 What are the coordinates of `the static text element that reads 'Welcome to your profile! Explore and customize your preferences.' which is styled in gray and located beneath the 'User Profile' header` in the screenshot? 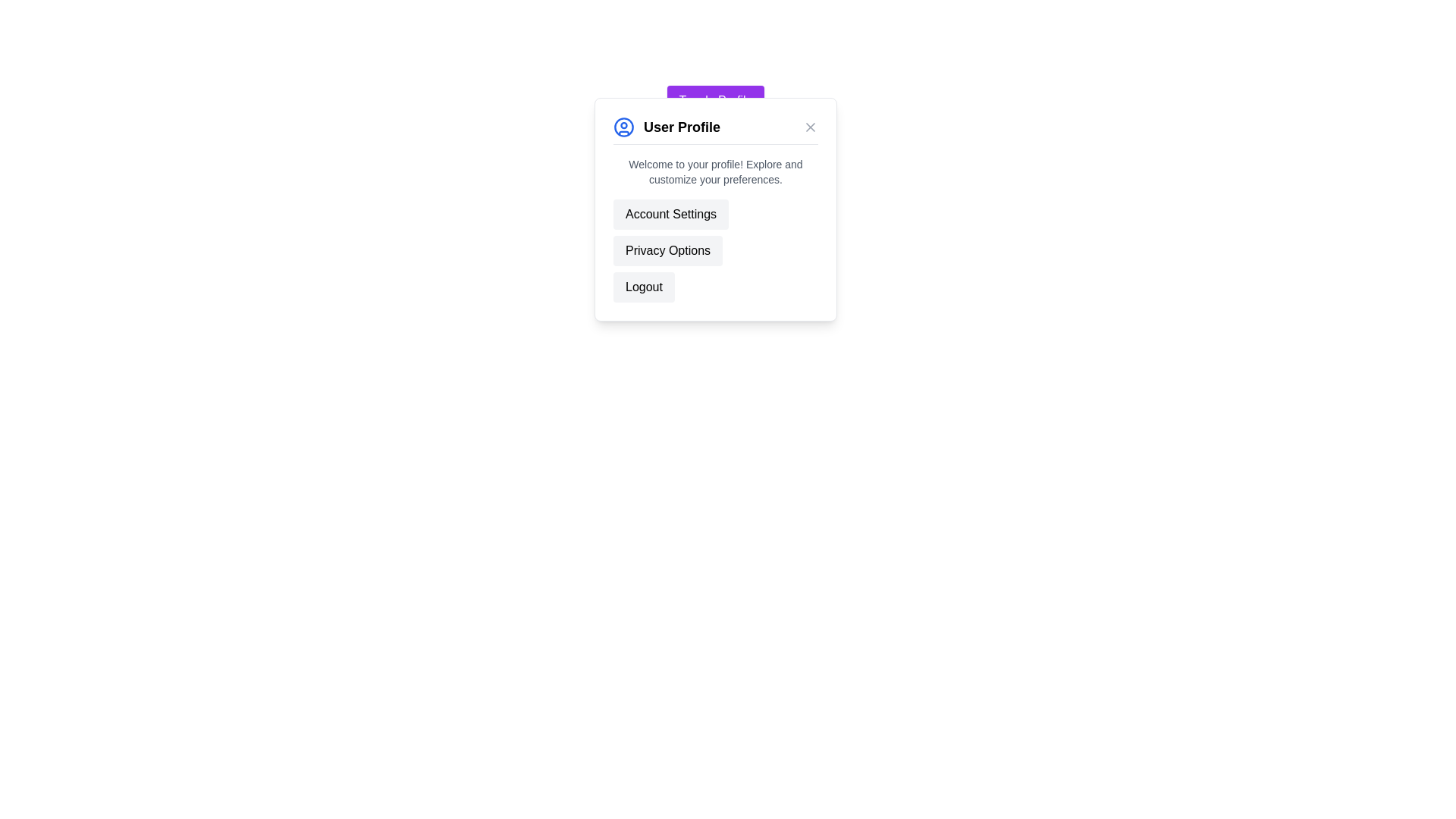 It's located at (715, 171).